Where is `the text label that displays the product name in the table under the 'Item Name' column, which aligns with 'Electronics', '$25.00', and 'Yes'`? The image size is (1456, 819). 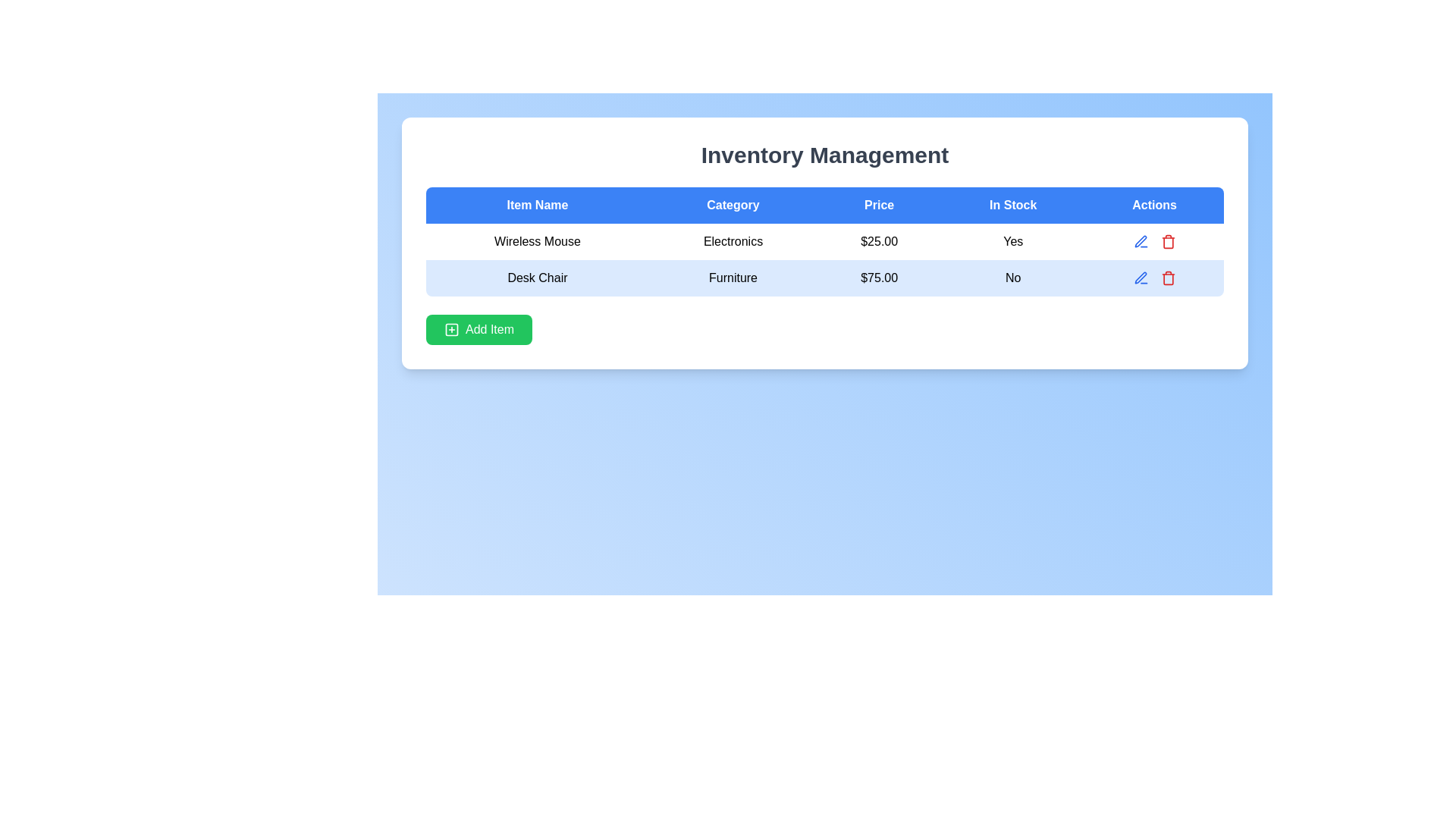 the text label that displays the product name in the table under the 'Item Name' column, which aligns with 'Electronics', '$25.00', and 'Yes' is located at coordinates (537, 241).